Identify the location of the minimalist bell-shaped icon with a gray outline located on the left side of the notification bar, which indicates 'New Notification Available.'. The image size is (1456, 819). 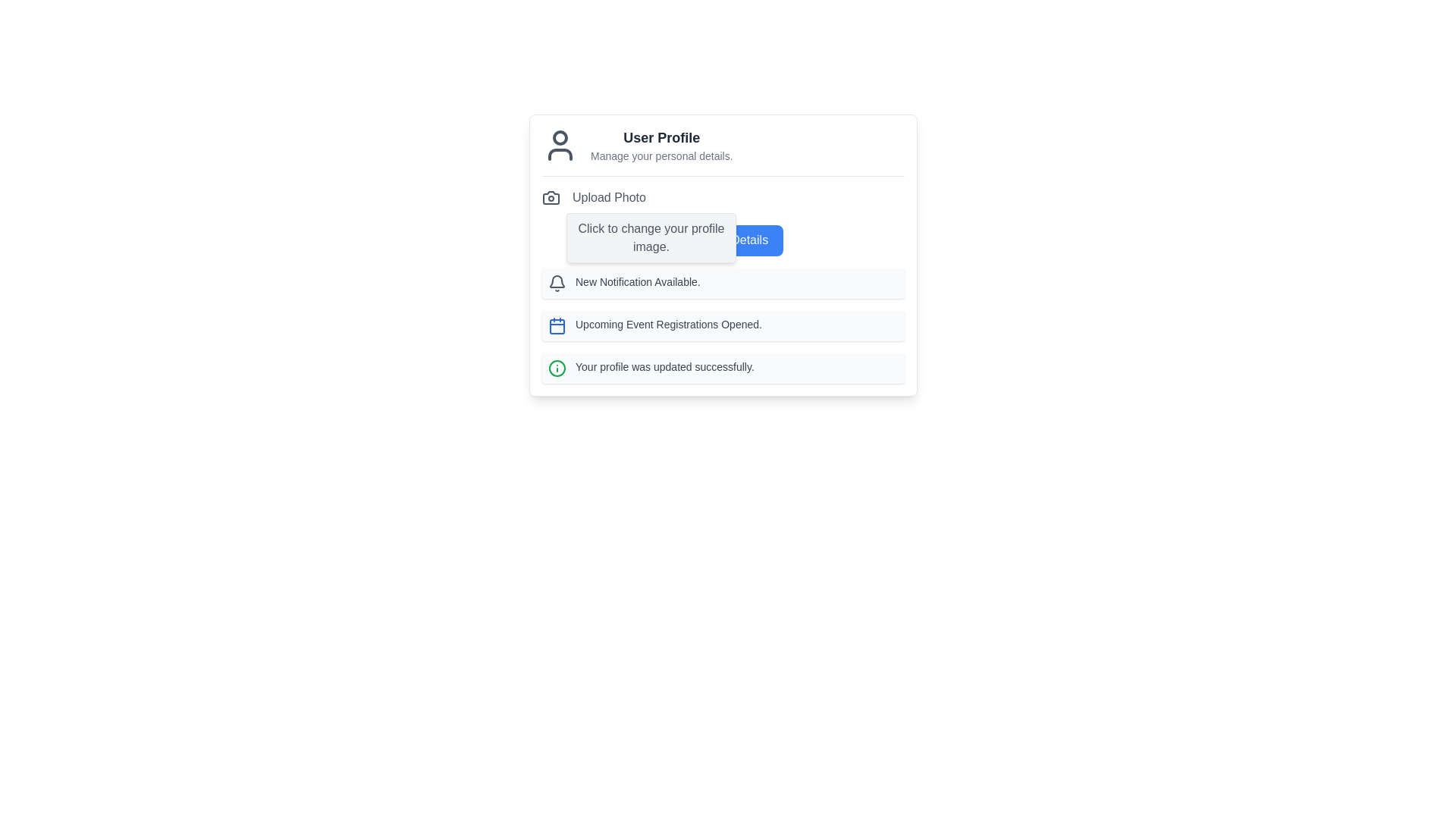
(556, 283).